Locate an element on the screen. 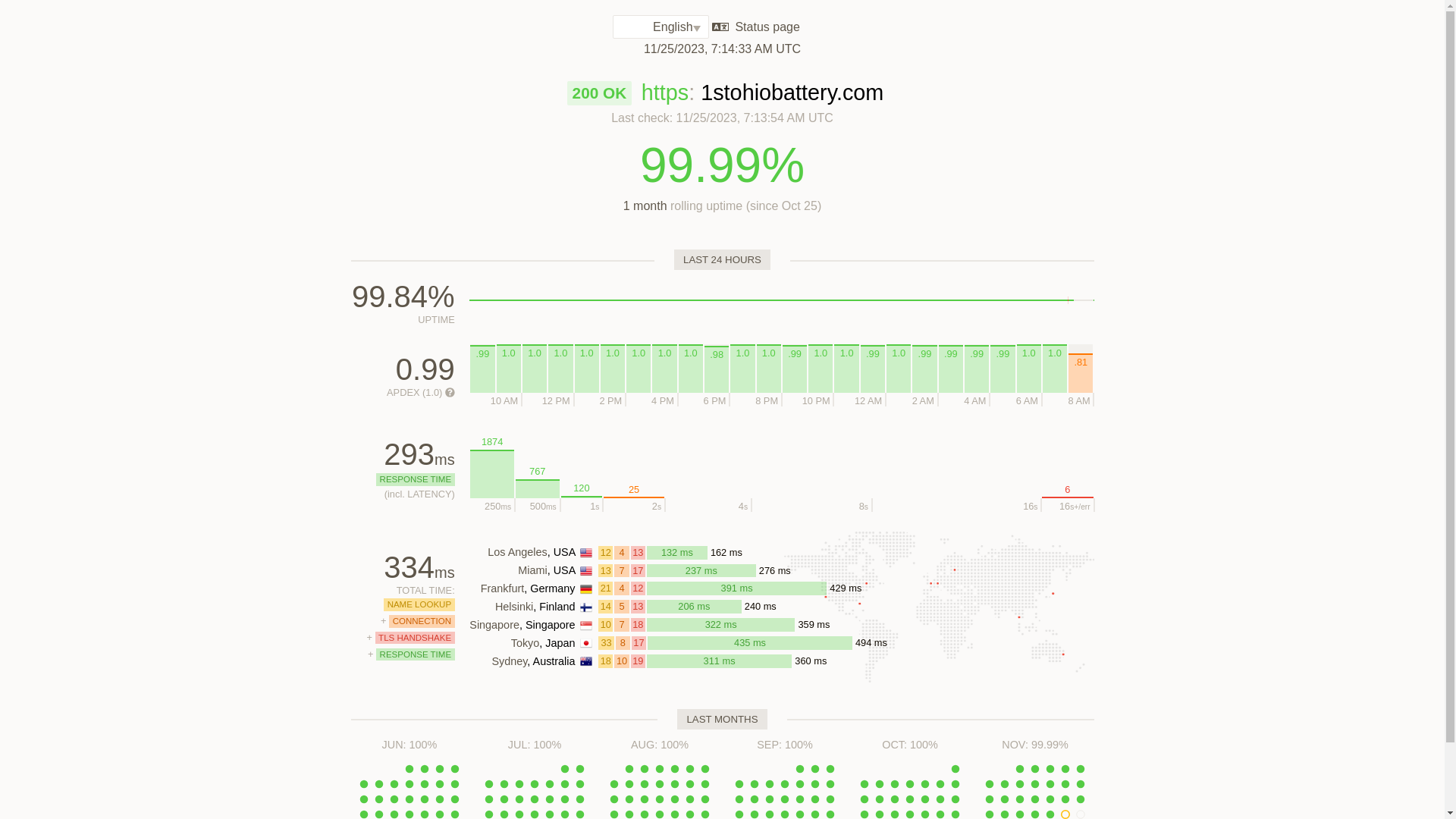 The image size is (1456, 819). '<small>Aug 10:</small> No downtime' is located at coordinates (659, 783).